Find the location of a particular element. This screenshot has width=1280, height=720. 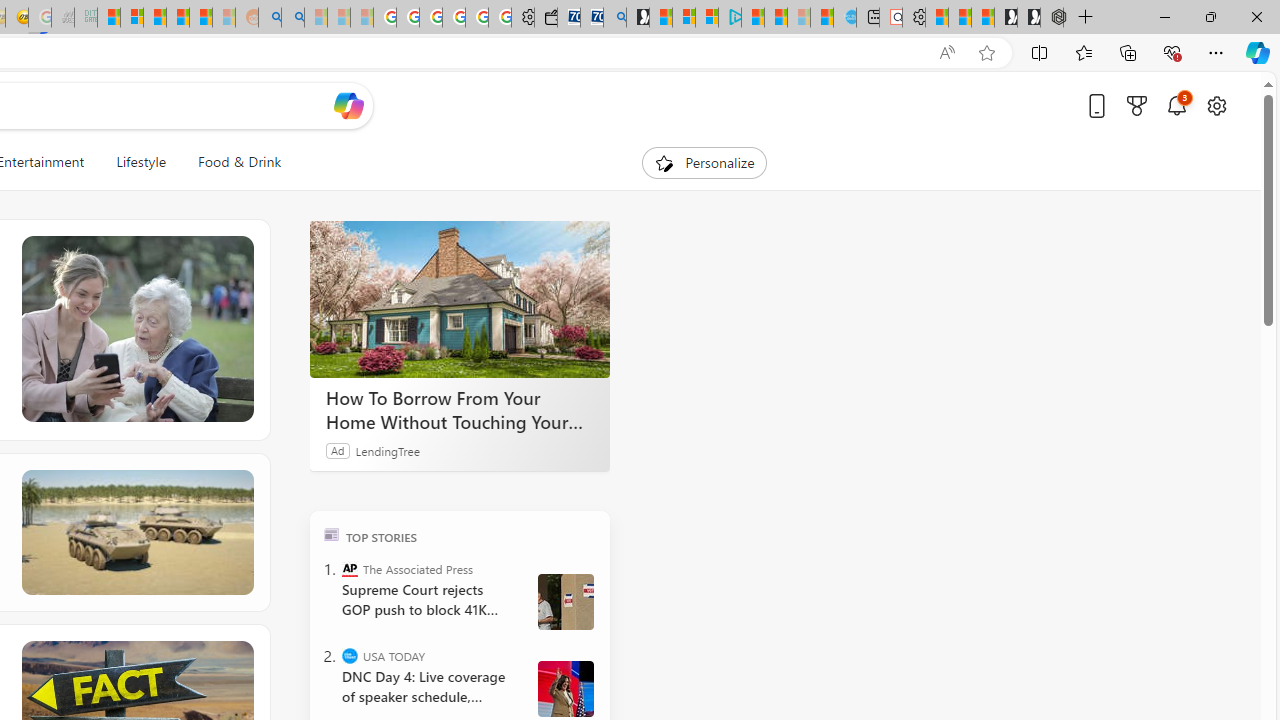

'Wallet' is located at coordinates (545, 17).